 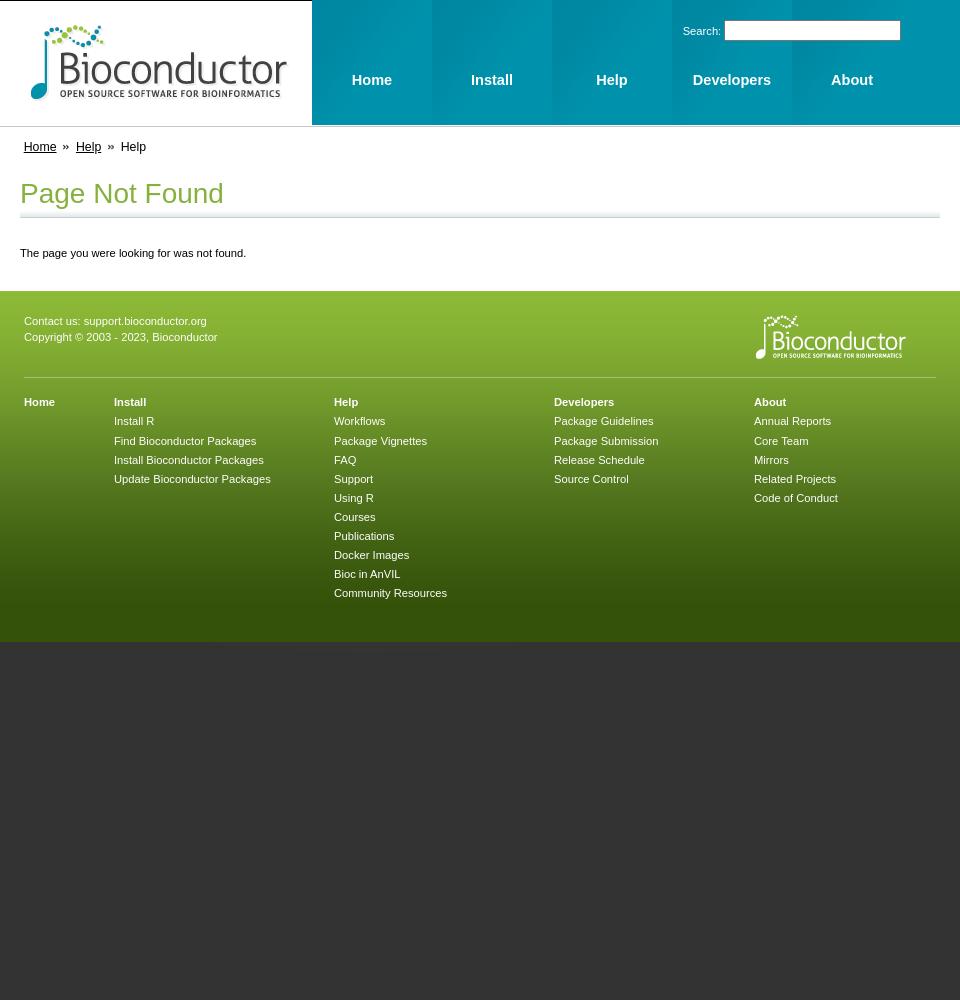 I want to click on 'Copyright © 2003 - 2023, Bioconductor', so click(x=23, y=335).